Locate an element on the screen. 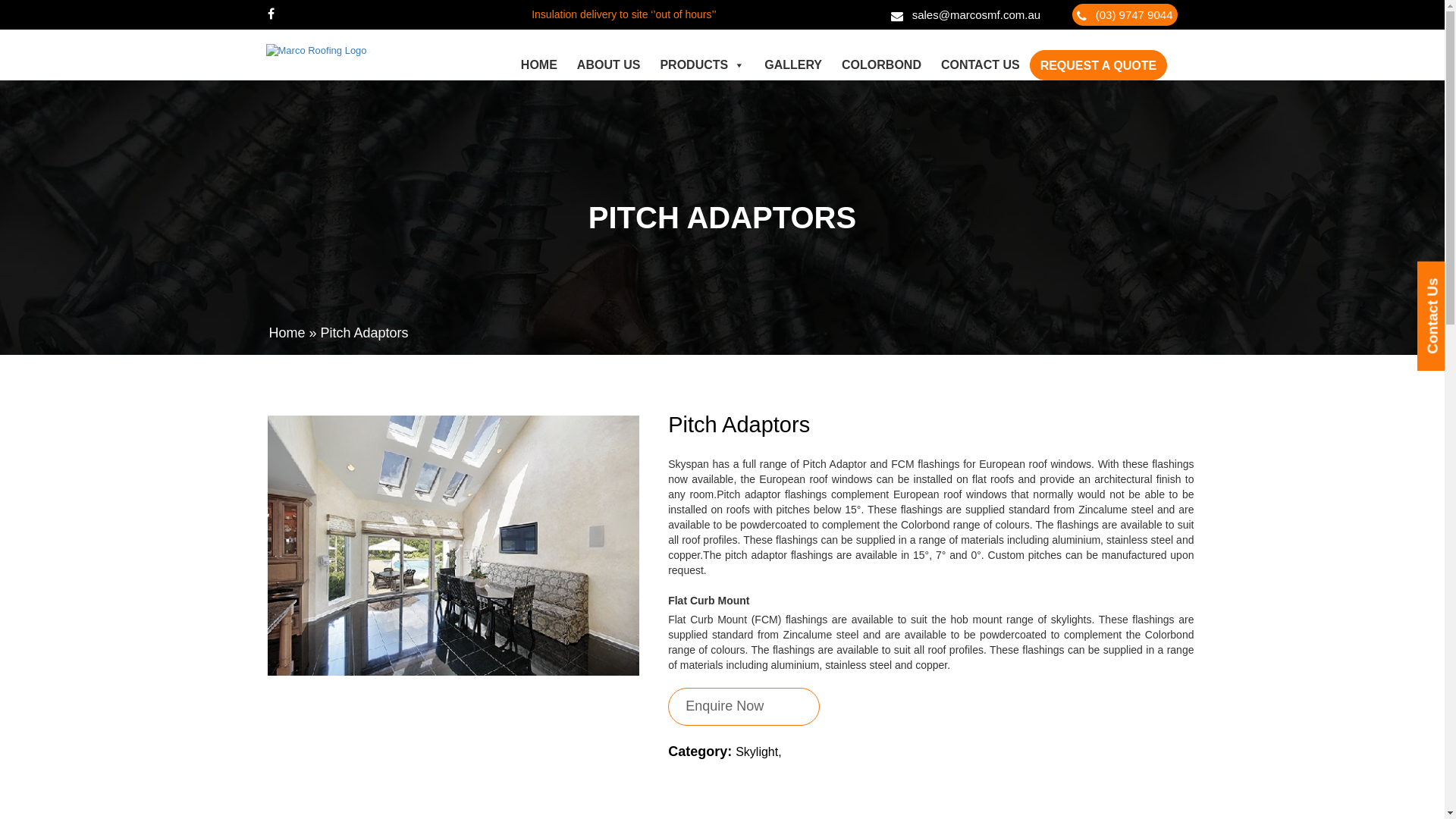 The width and height of the screenshot is (1456, 819). 'Enquire Now' is located at coordinates (743, 707).